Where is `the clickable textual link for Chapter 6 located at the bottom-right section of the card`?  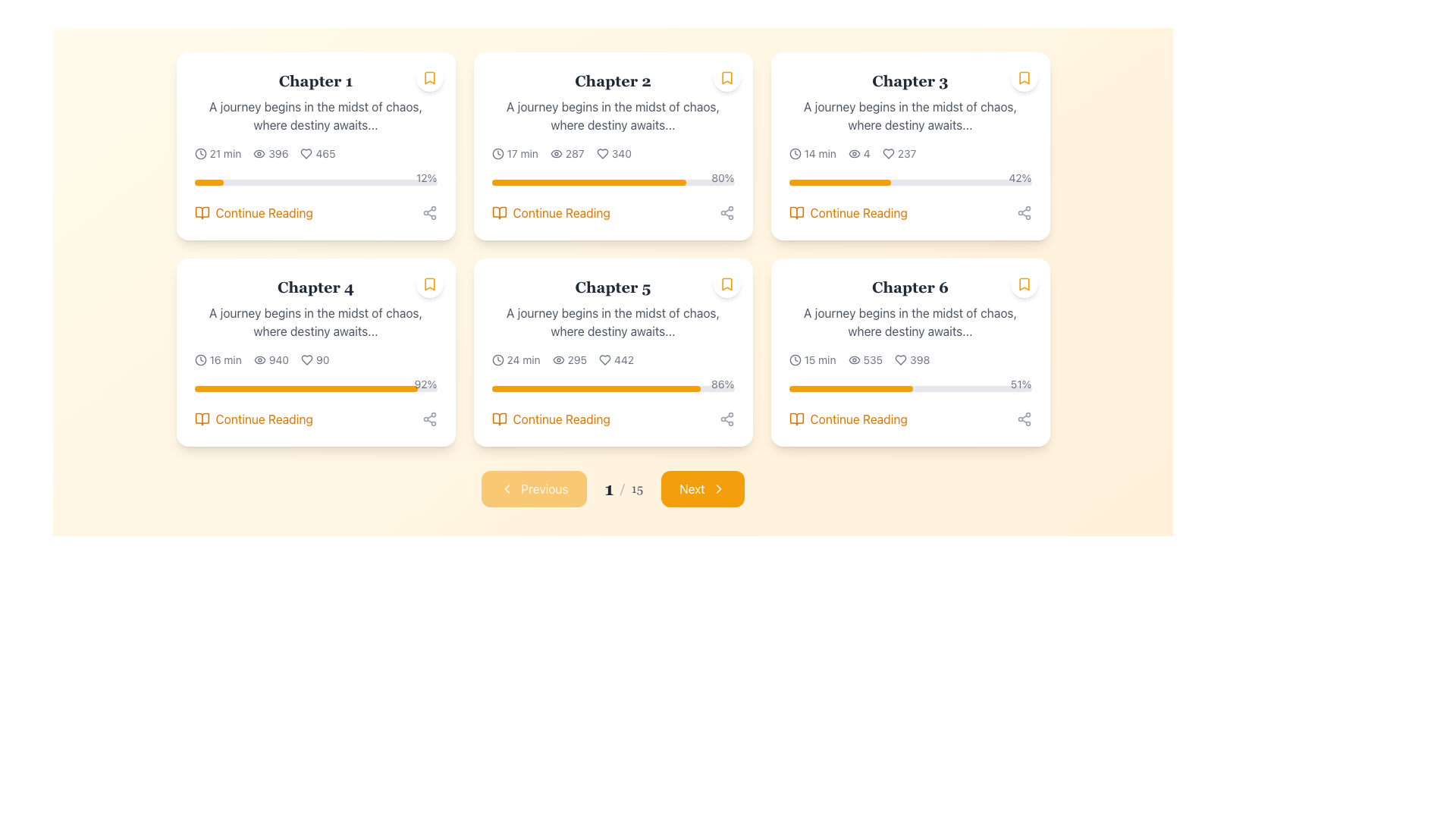 the clickable textual link for Chapter 6 located at the bottom-right section of the card is located at coordinates (858, 419).